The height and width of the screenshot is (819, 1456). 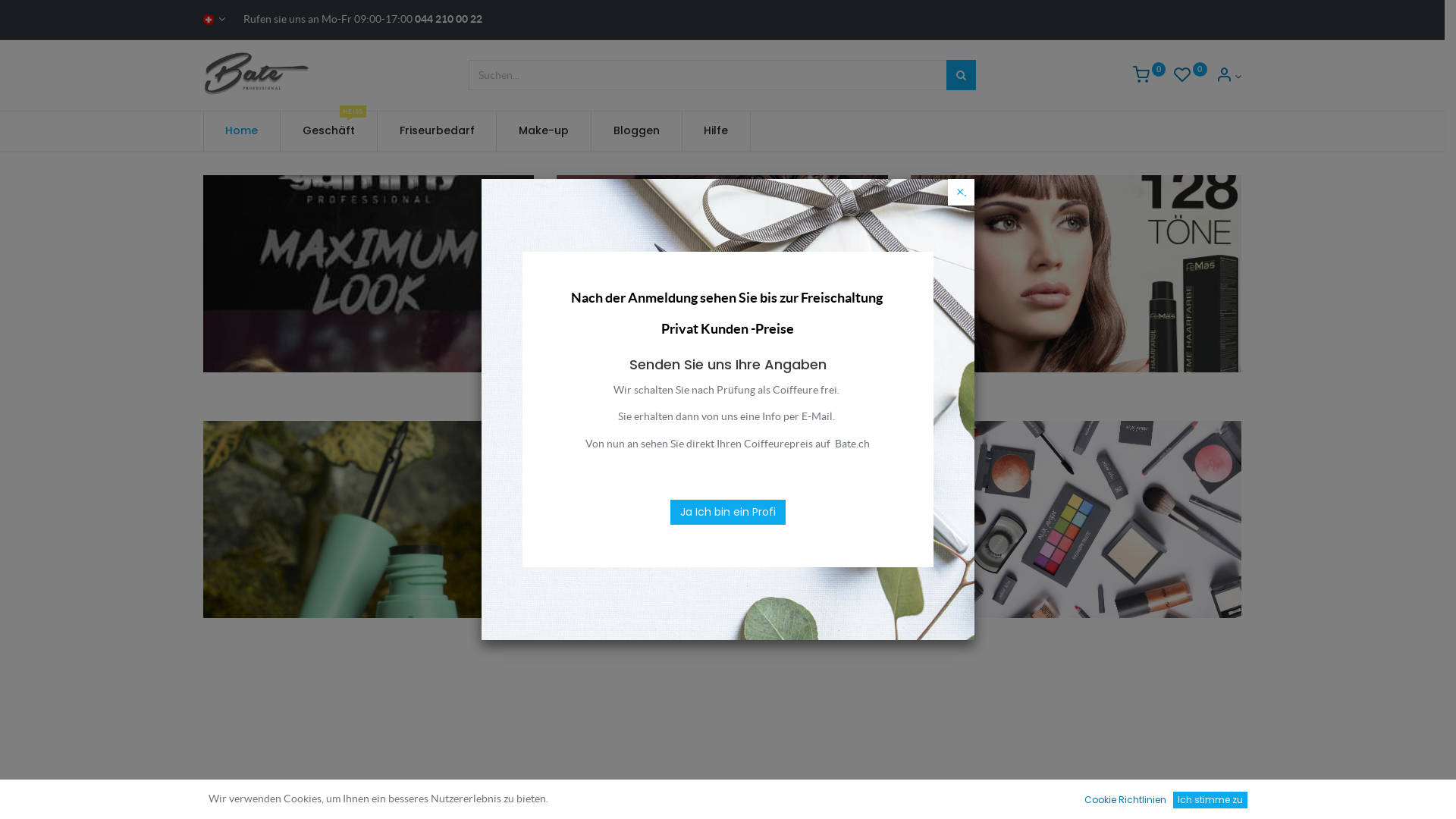 I want to click on '0', so click(x=1189, y=76).